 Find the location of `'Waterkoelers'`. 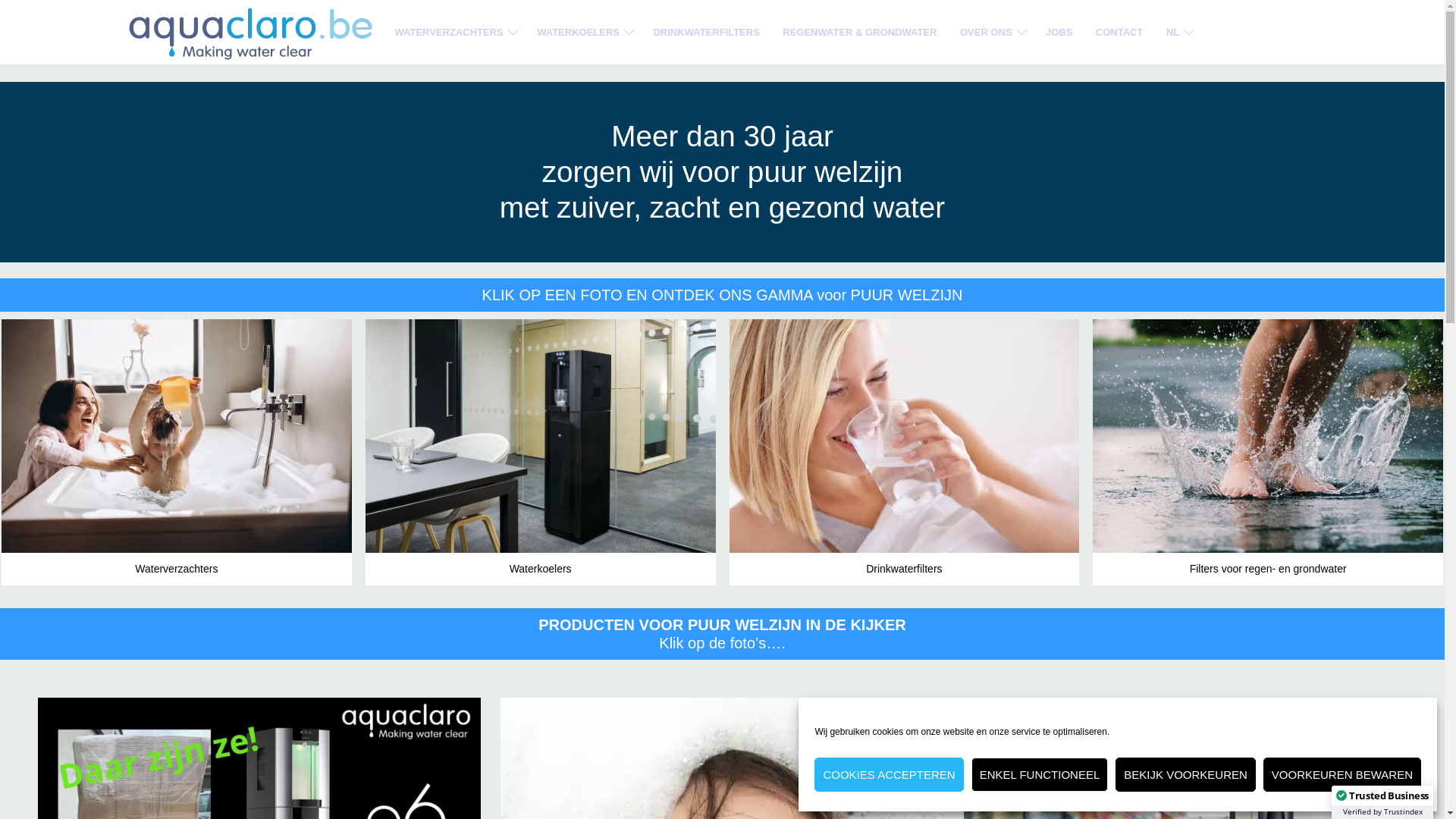

'Waterkoelers' is located at coordinates (541, 451).